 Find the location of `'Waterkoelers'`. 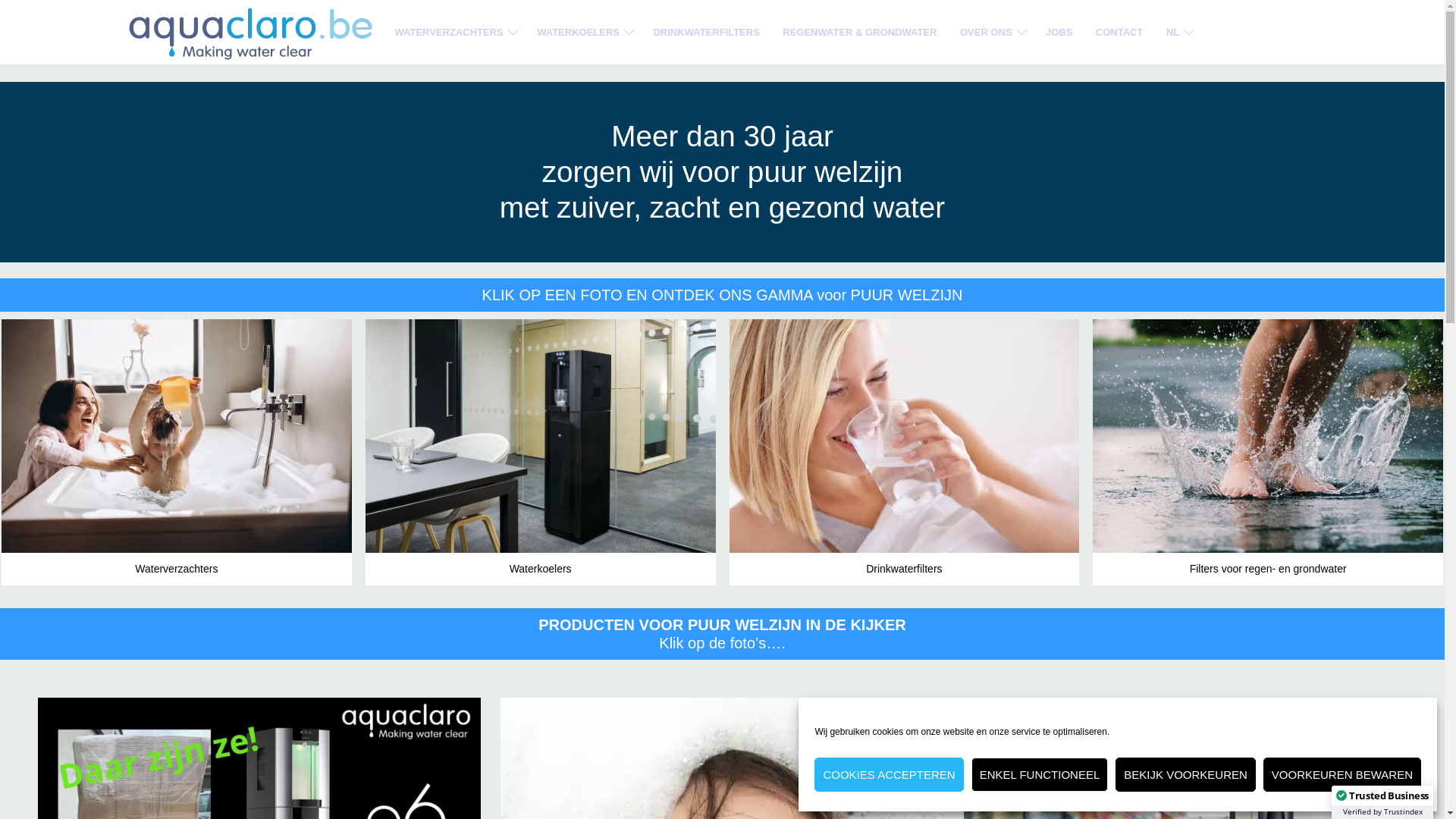

'Waterkoelers' is located at coordinates (541, 451).